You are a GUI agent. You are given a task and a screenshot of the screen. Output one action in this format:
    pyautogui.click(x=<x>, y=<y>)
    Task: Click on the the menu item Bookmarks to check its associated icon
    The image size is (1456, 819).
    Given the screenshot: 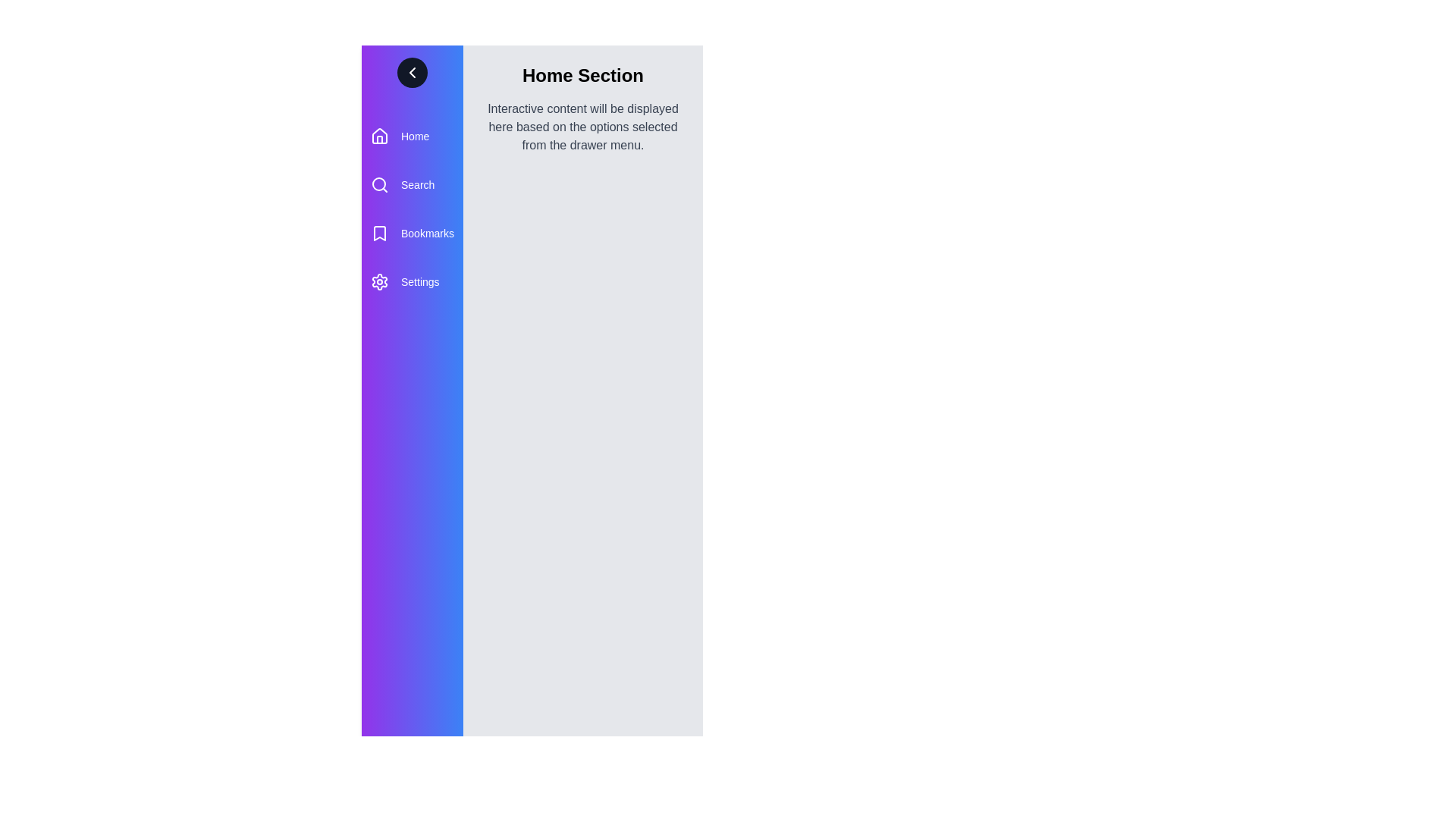 What is the action you would take?
    pyautogui.click(x=379, y=234)
    